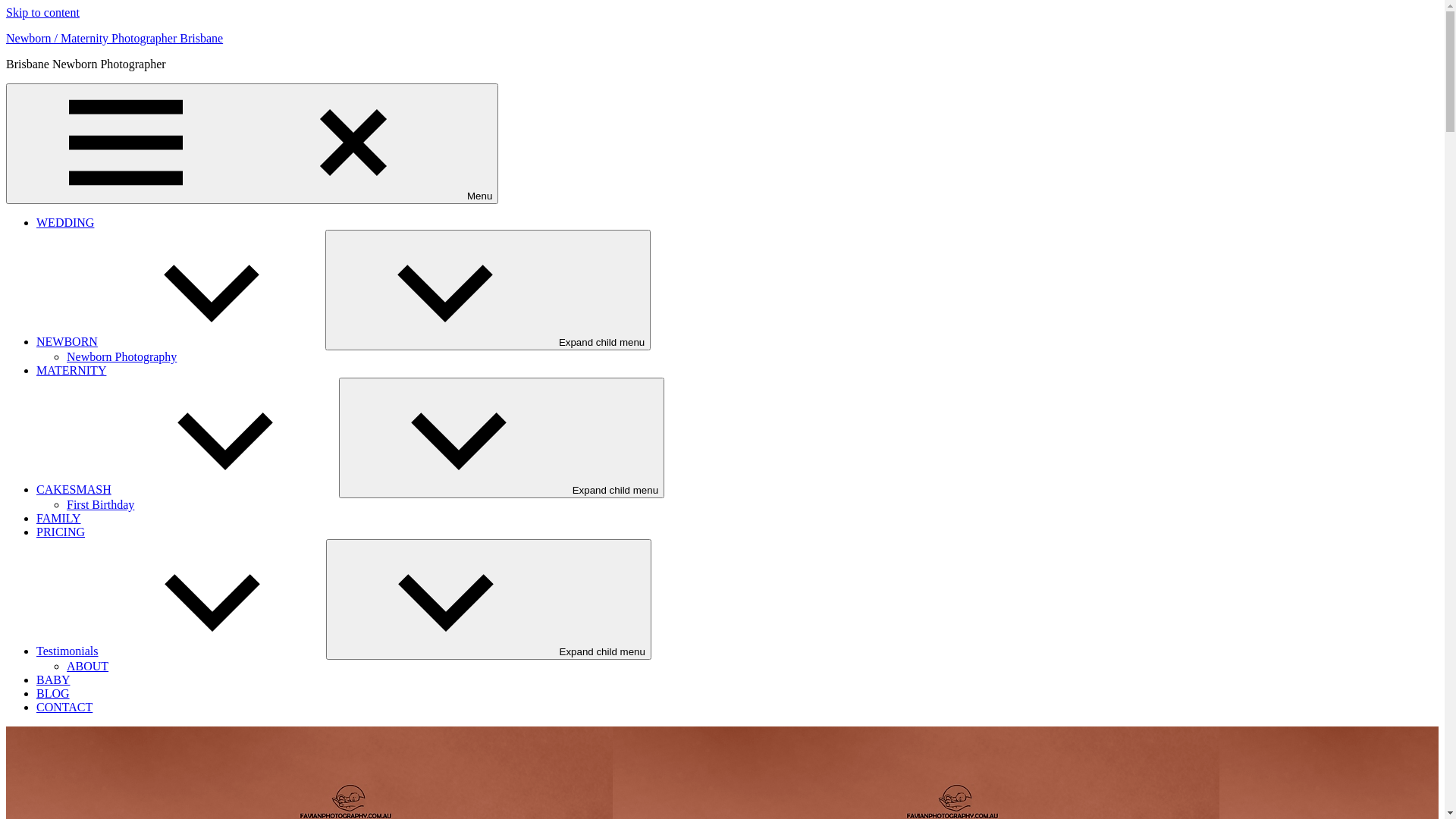  What do you see at coordinates (187, 489) in the screenshot?
I see `'CAKESMASH'` at bounding box center [187, 489].